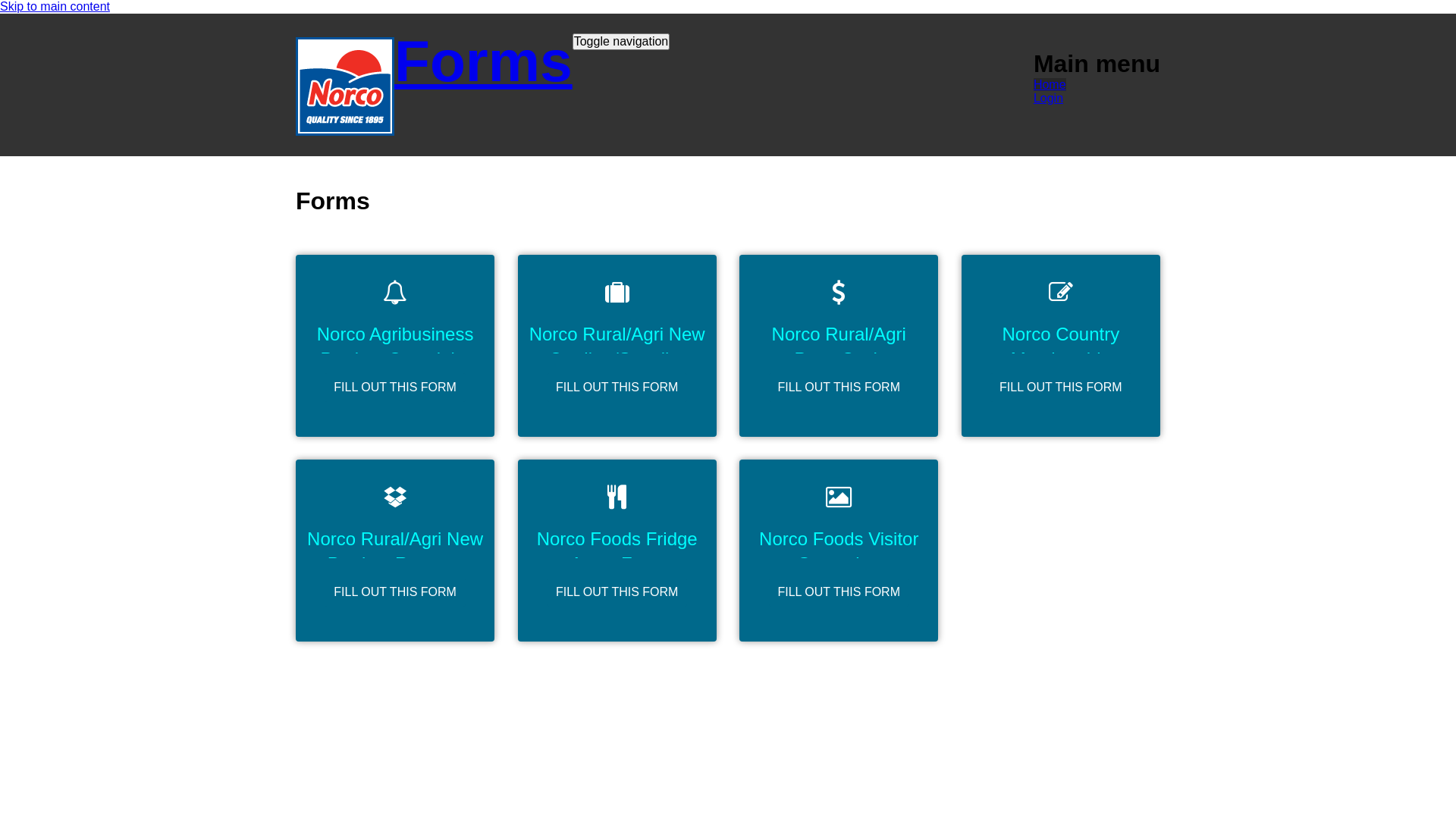 The width and height of the screenshot is (1456, 819). I want to click on 'FILL OUT THIS FORM', so click(395, 386).